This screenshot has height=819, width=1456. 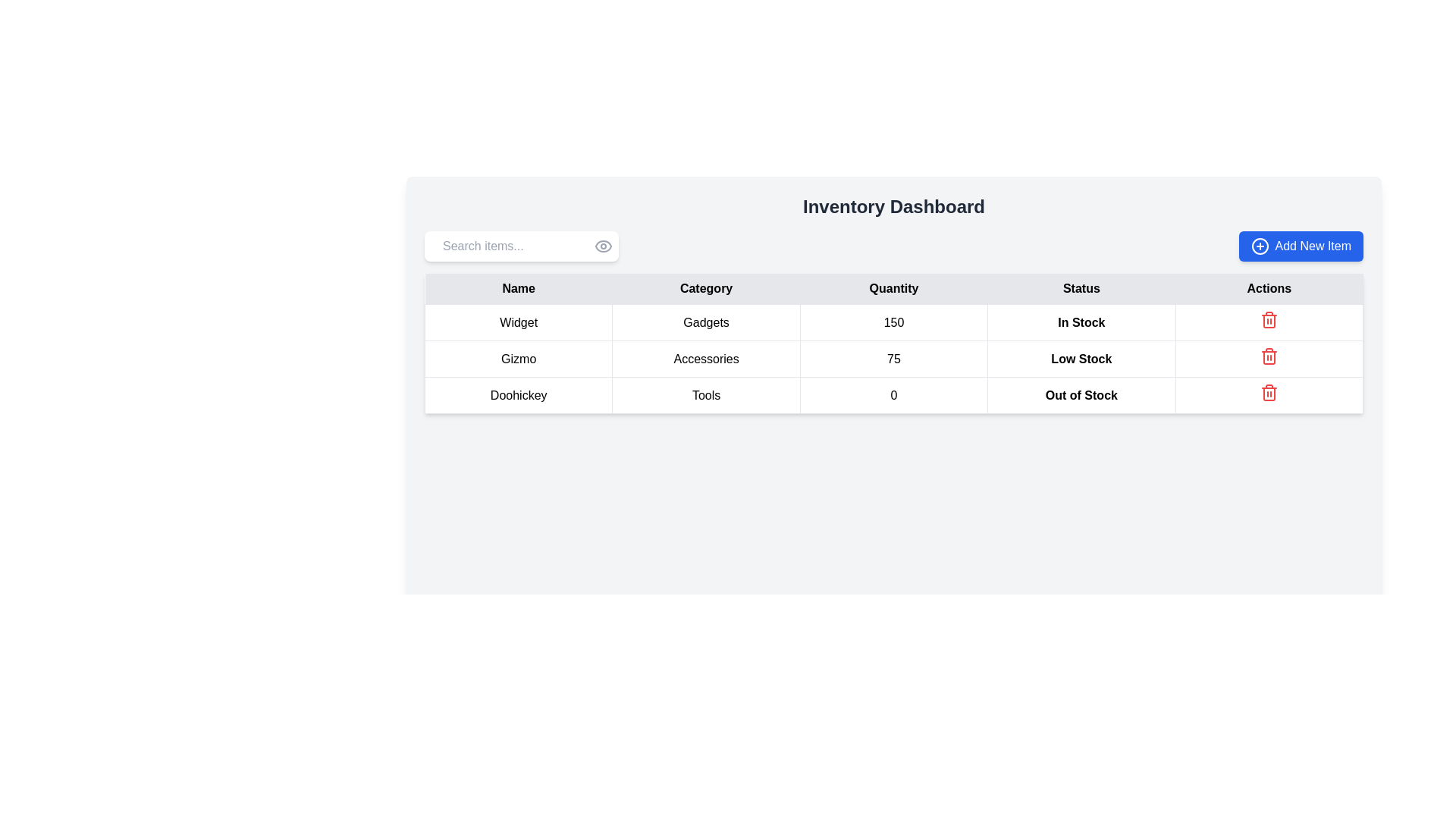 What do you see at coordinates (894, 289) in the screenshot?
I see `the static text label indicating the 'Quantity' column, located in the third column of the table header, between 'Category' and 'Status'` at bounding box center [894, 289].